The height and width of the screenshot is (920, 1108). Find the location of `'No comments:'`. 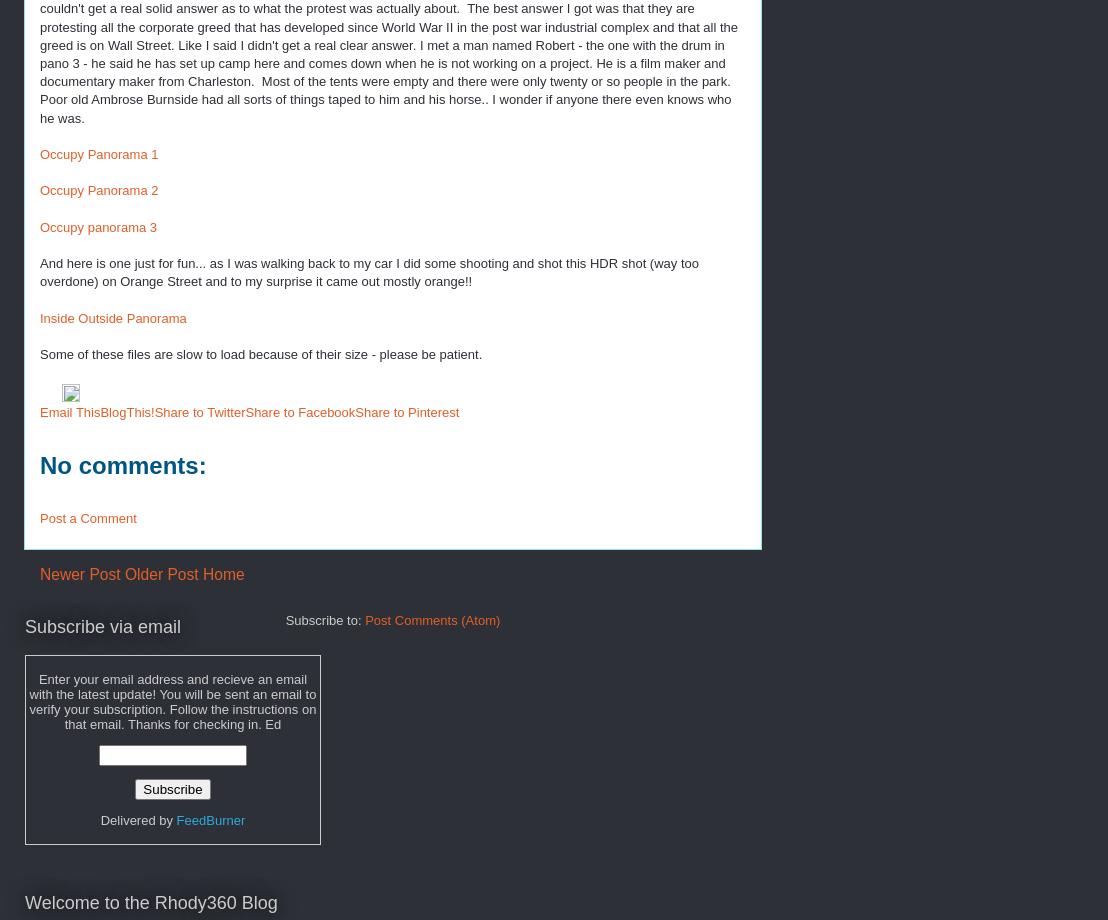

'No comments:' is located at coordinates (39, 464).